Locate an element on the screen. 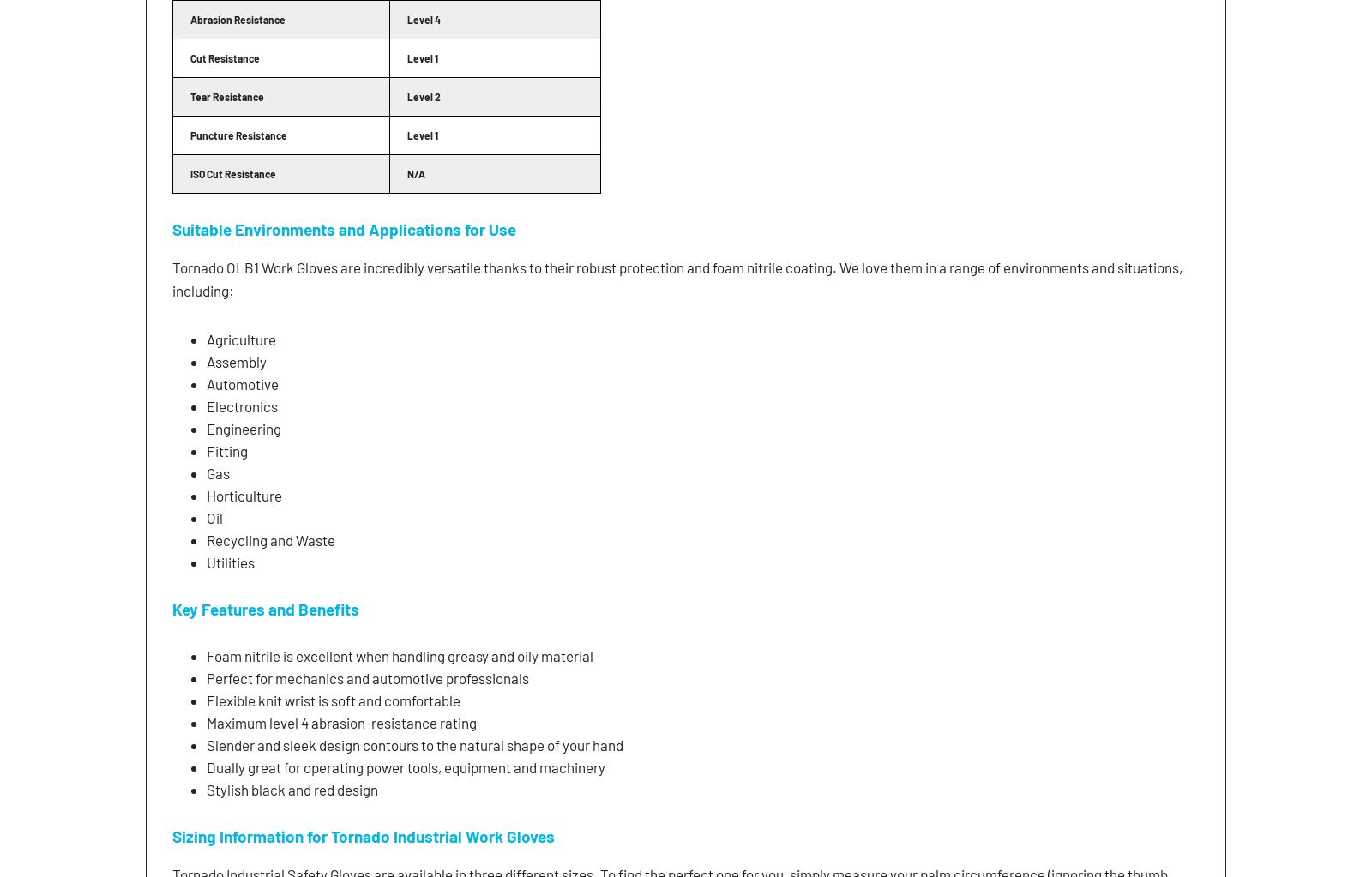  'Horticulture' is located at coordinates (244, 495).